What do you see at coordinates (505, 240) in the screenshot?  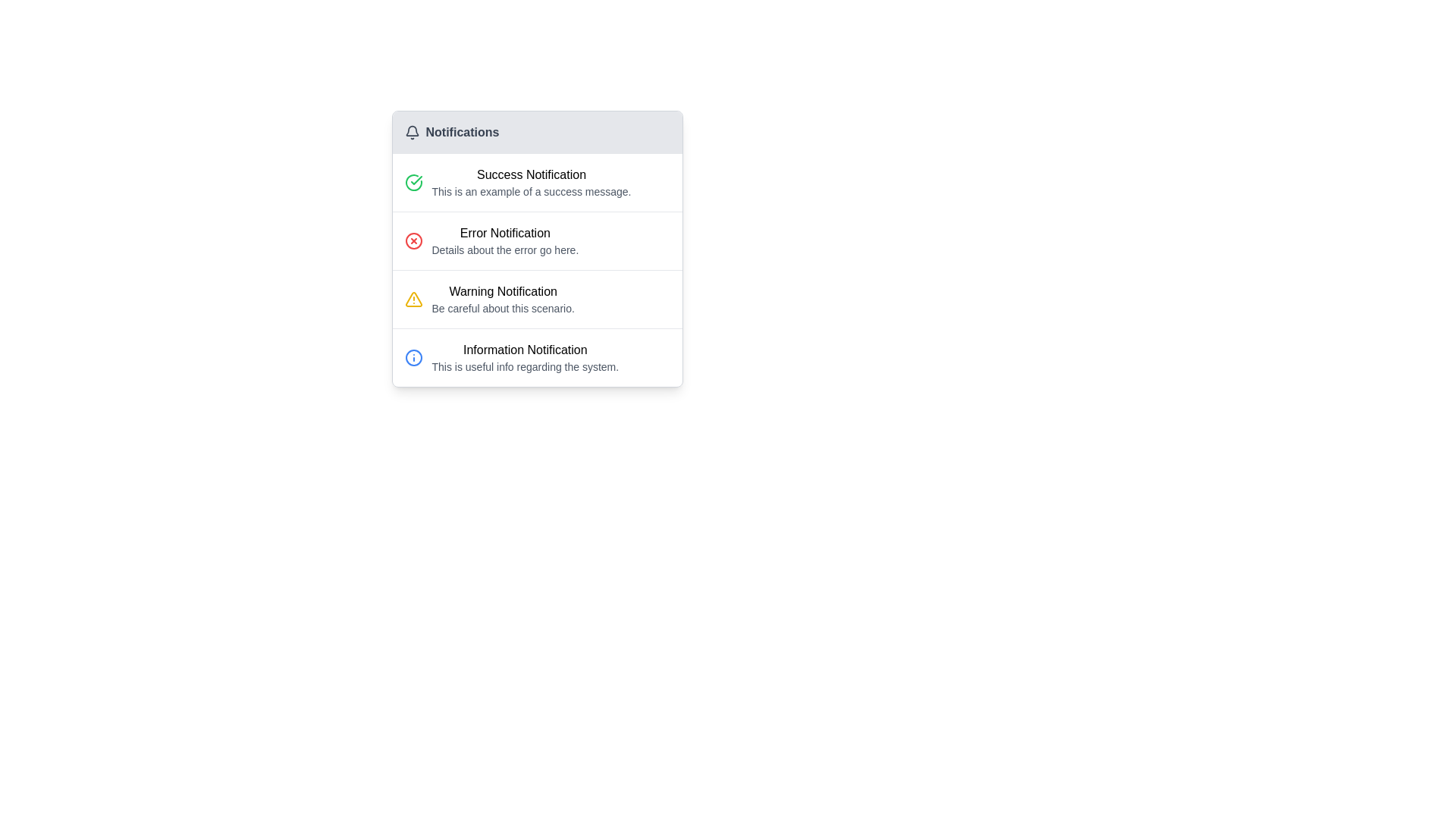 I see `text content of the second notification in the list, which is an error notification framed between 'Success Notification' and 'Warning Notification'` at bounding box center [505, 240].